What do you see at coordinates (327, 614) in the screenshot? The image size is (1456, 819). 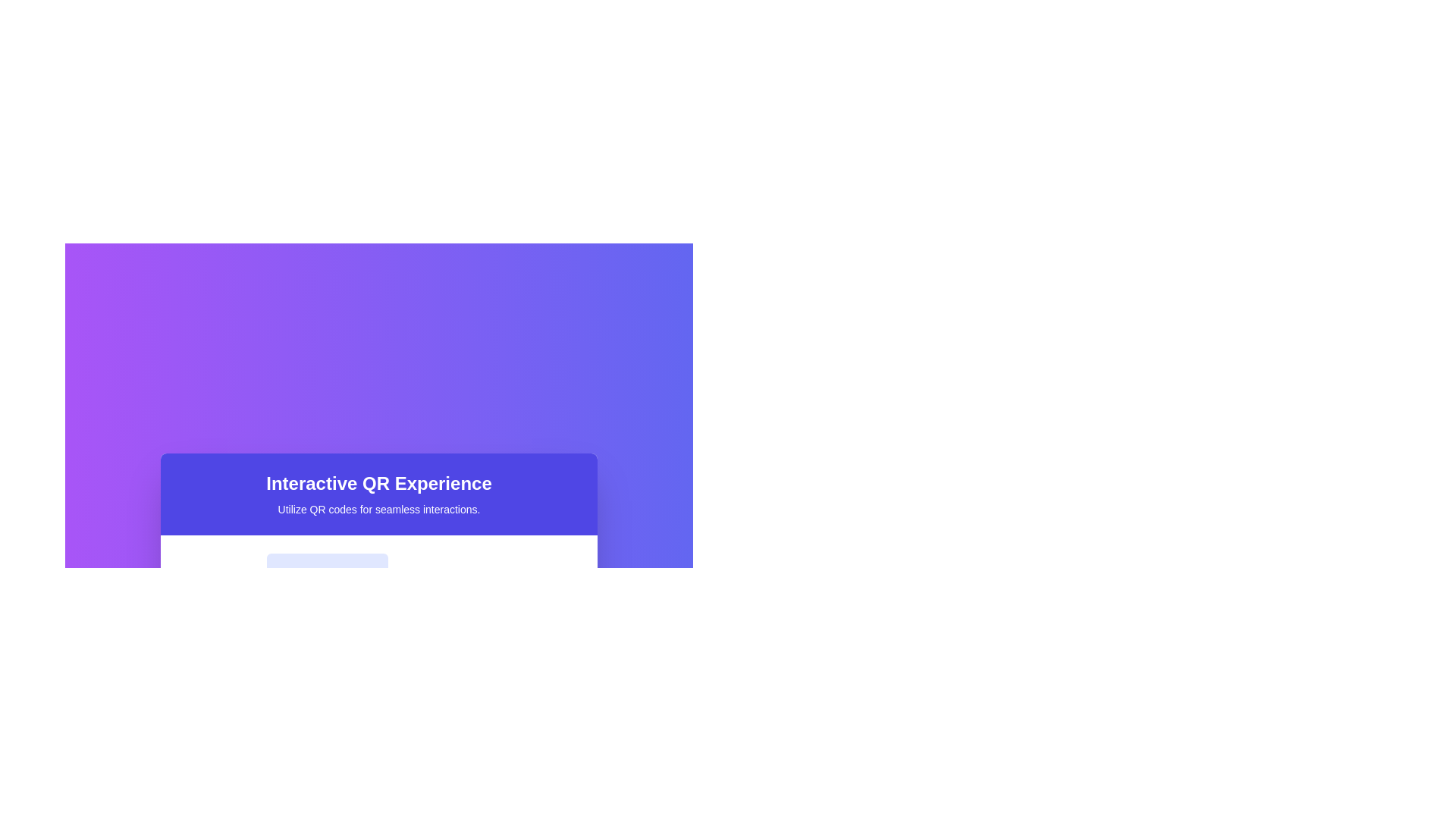 I see `QR code icon, which is located below the blue panel labeled 'Interactive QR Experience', for accessibility features` at bounding box center [327, 614].